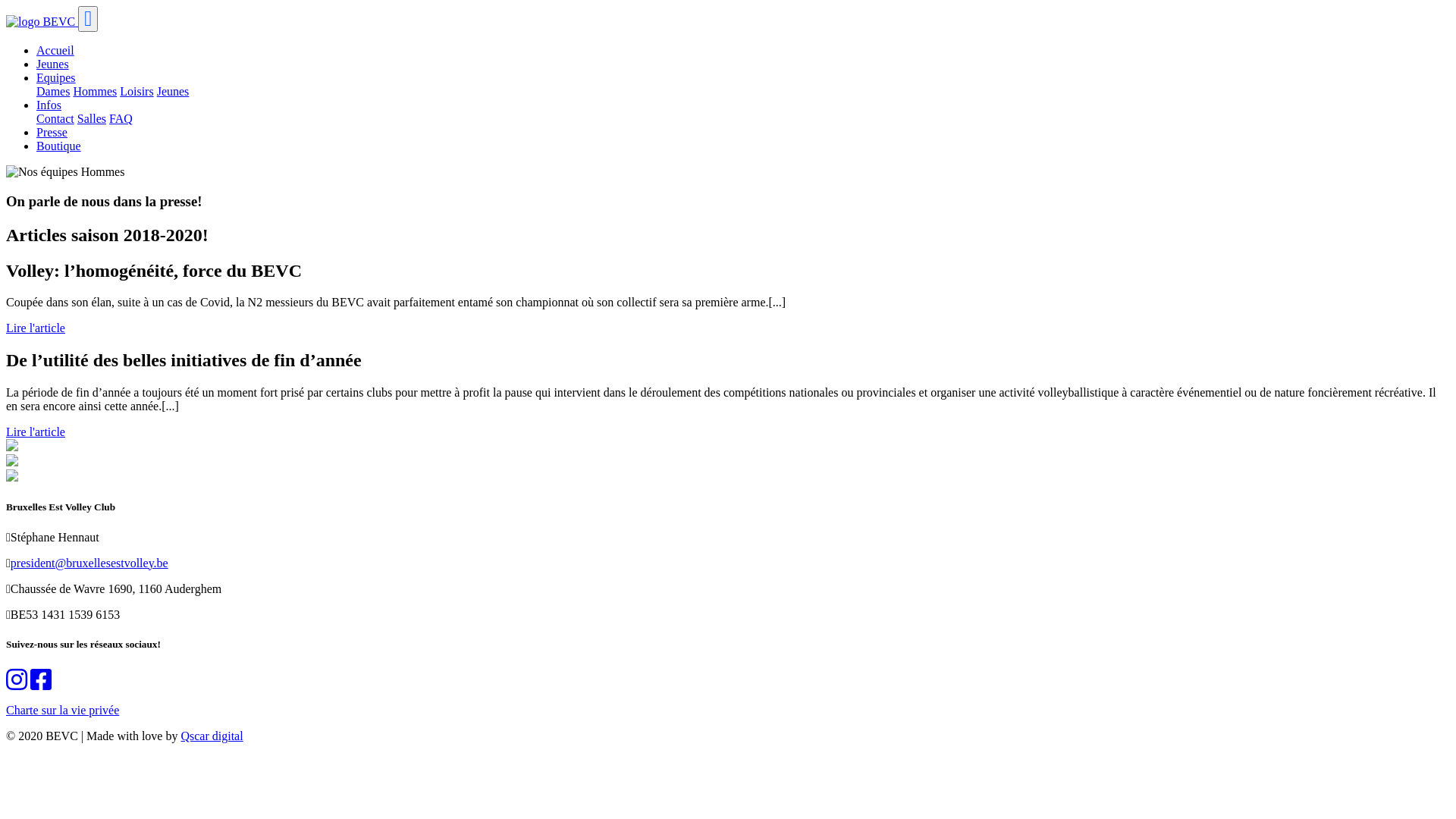 Image resolution: width=1456 pixels, height=819 pixels. What do you see at coordinates (55, 49) in the screenshot?
I see `'Accueil'` at bounding box center [55, 49].